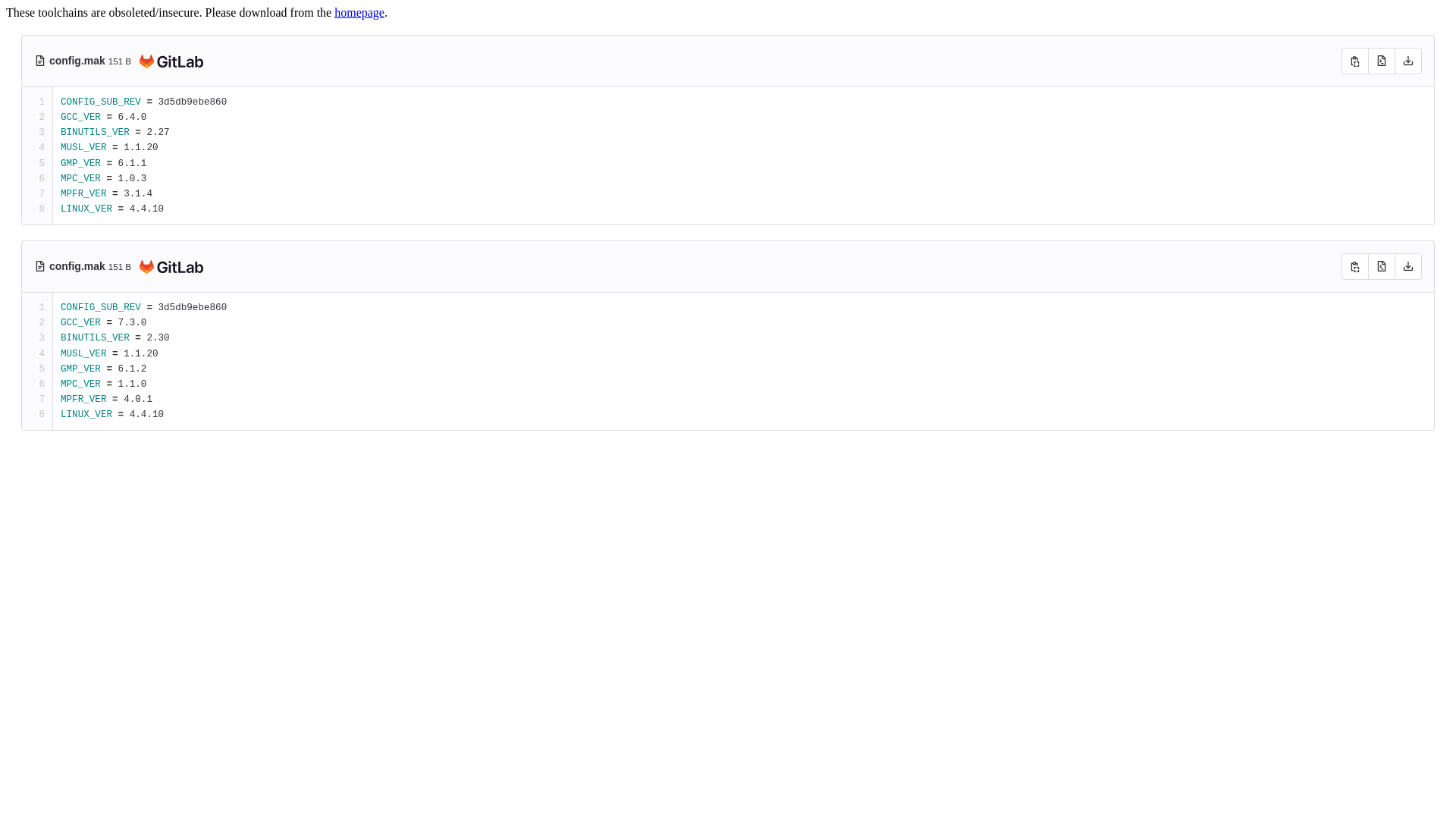 This screenshot has width=1456, height=819. I want to click on 'Download', so click(1407, 265).